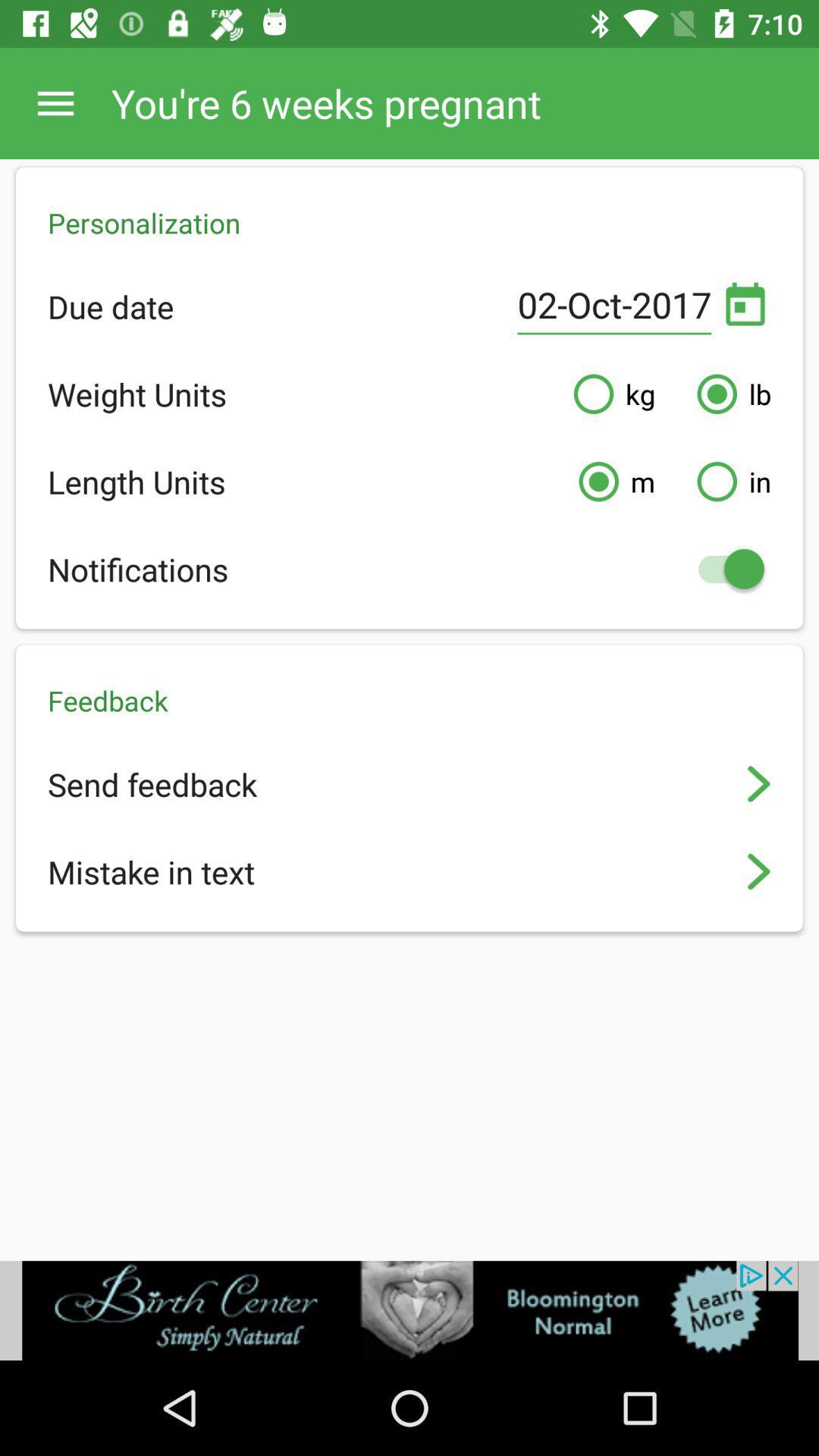  Describe the element at coordinates (409, 1310) in the screenshot. I see `advertisement` at that location.